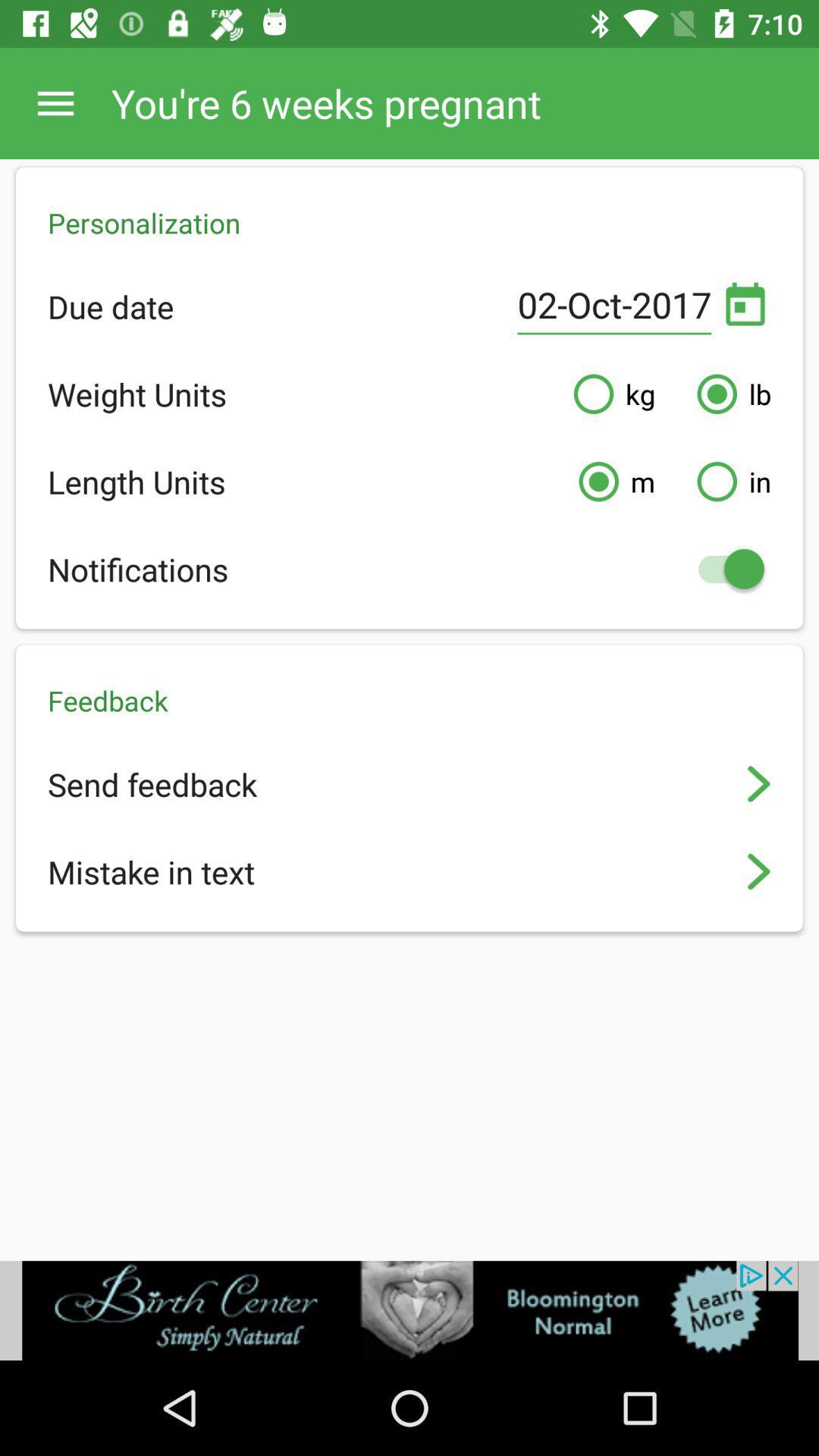  Describe the element at coordinates (409, 1310) in the screenshot. I see `advertisement` at that location.